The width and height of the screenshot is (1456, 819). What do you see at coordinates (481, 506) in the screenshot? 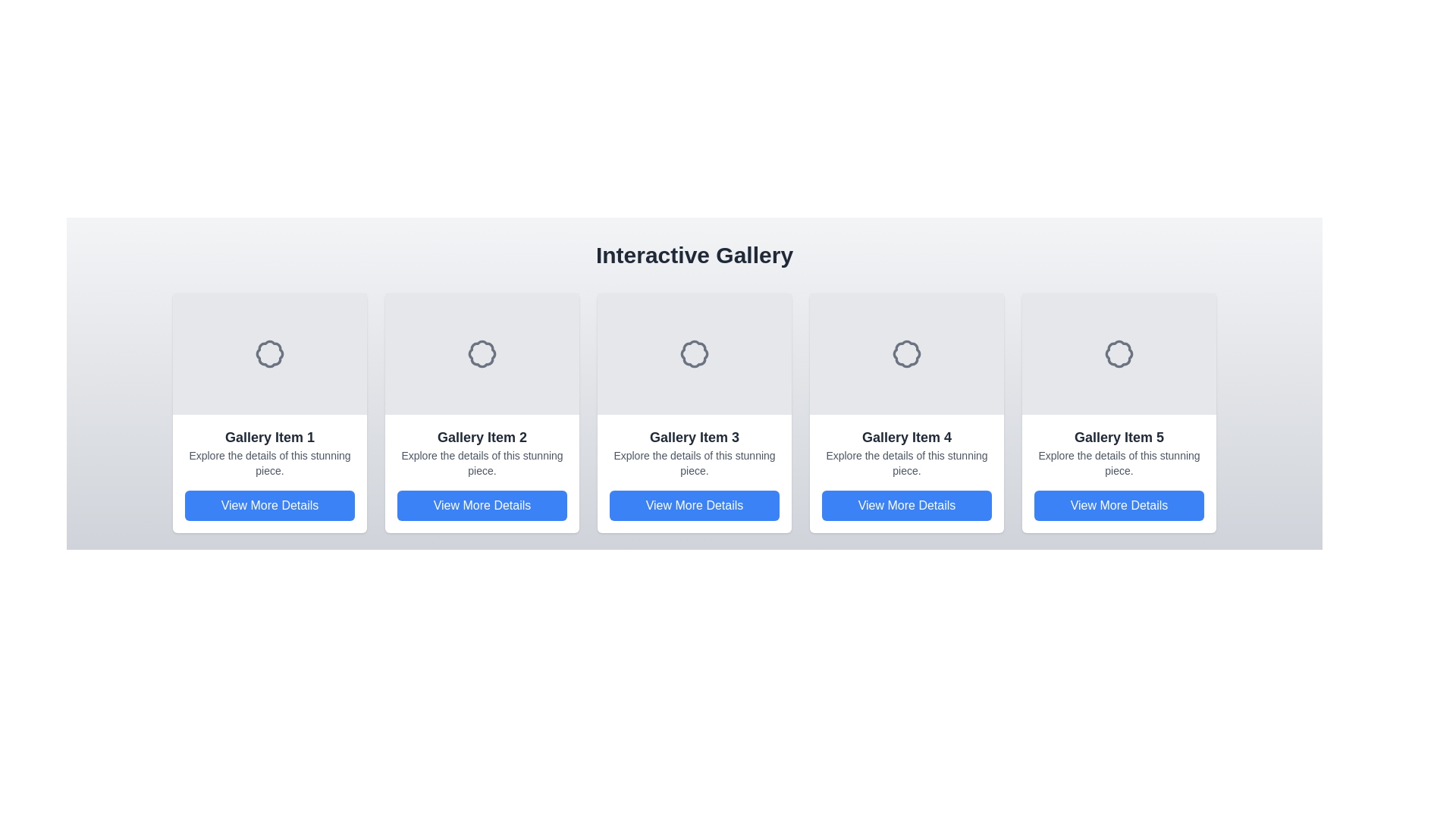
I see `the button located at the bottom center of the second item in the horizontal gallery layout` at bounding box center [481, 506].